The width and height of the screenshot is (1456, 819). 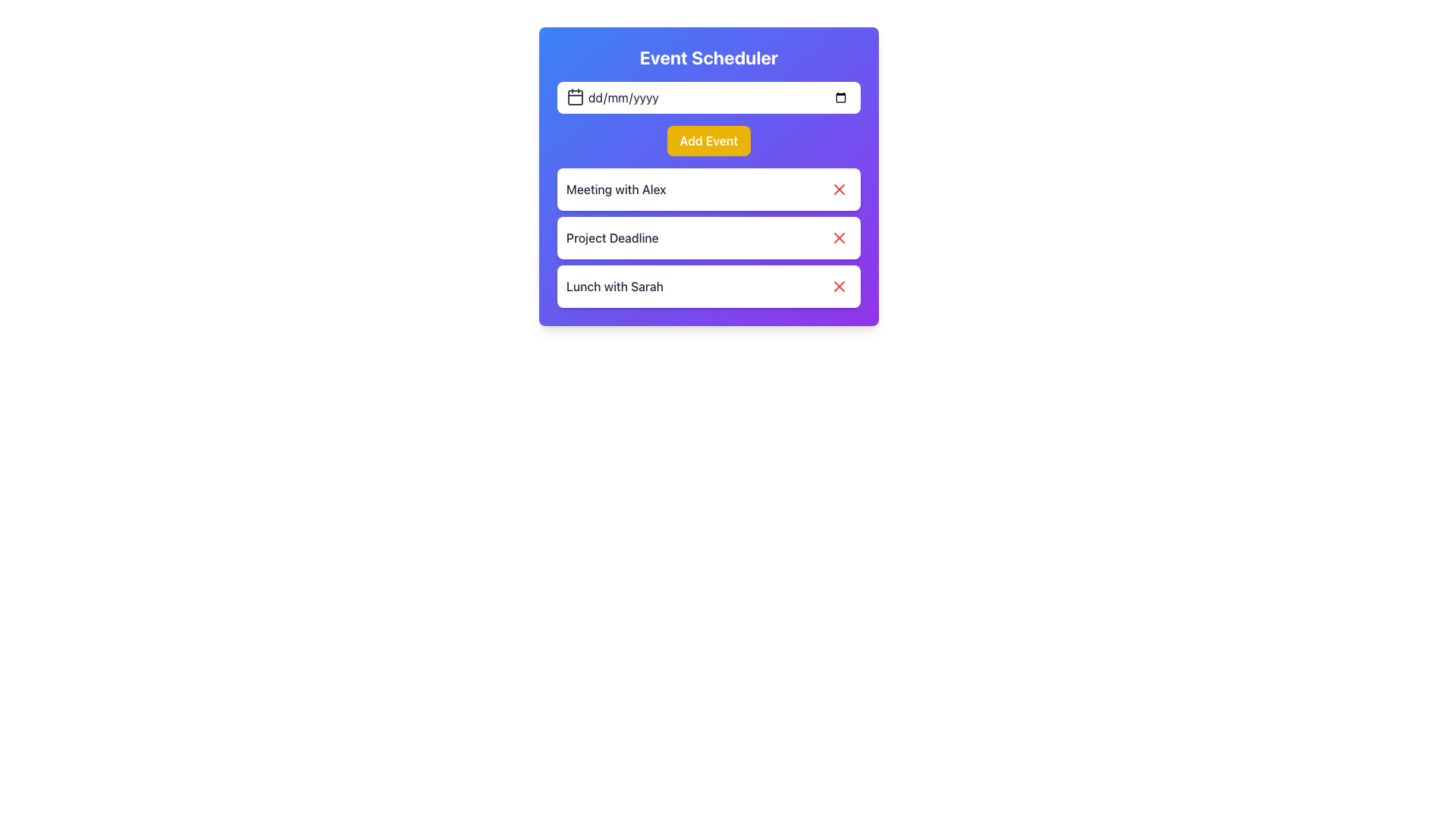 I want to click on the text label that presents the title or name of an event in the bottom list entry of the event schedule card group, located to the left of the red circular 'X' button, so click(x=615, y=287).